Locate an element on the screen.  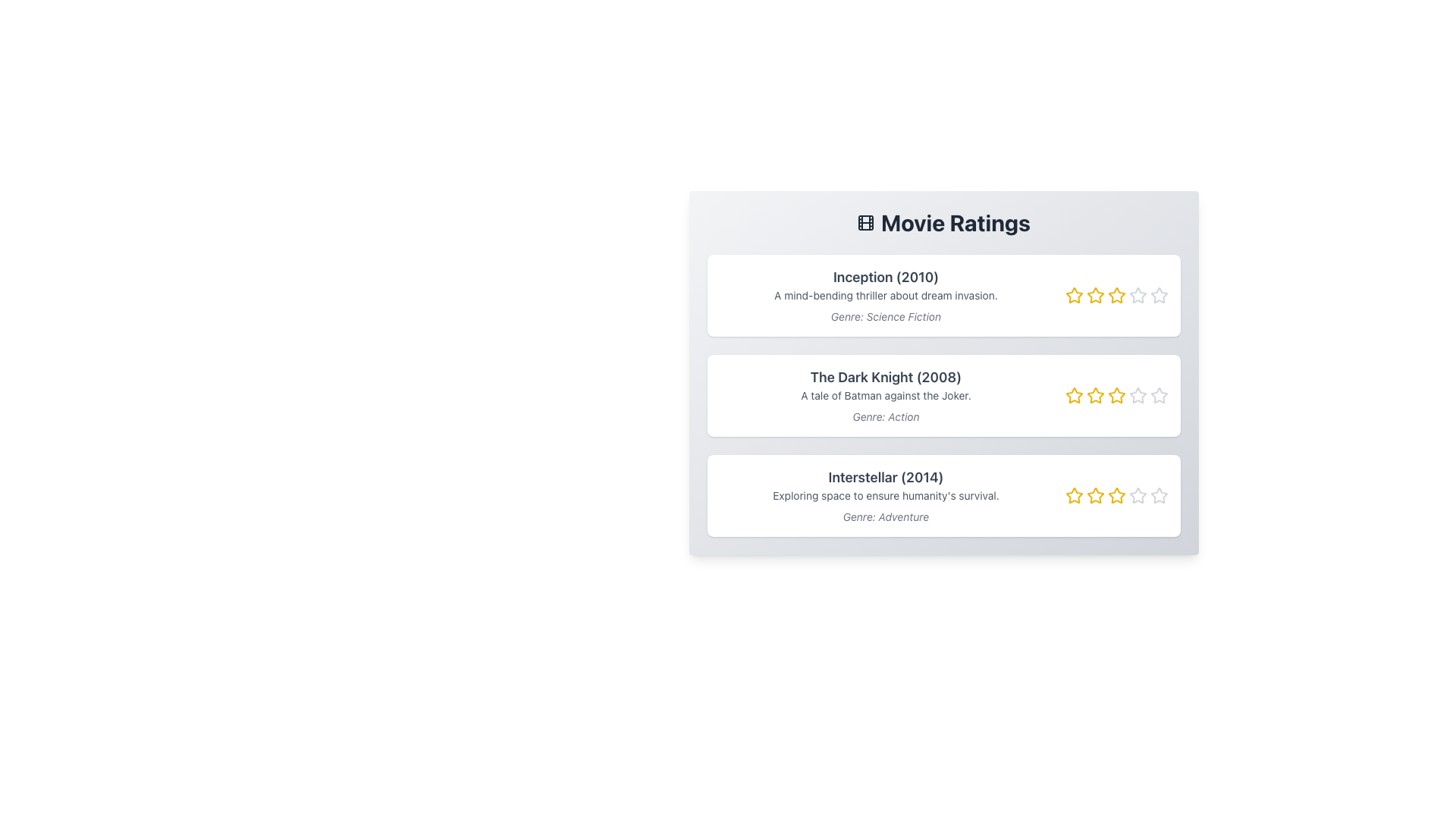
the second star icon in the rating section for the movie 'Interstellar (2014)', which is used to modify the user's rating is located at coordinates (1073, 495).